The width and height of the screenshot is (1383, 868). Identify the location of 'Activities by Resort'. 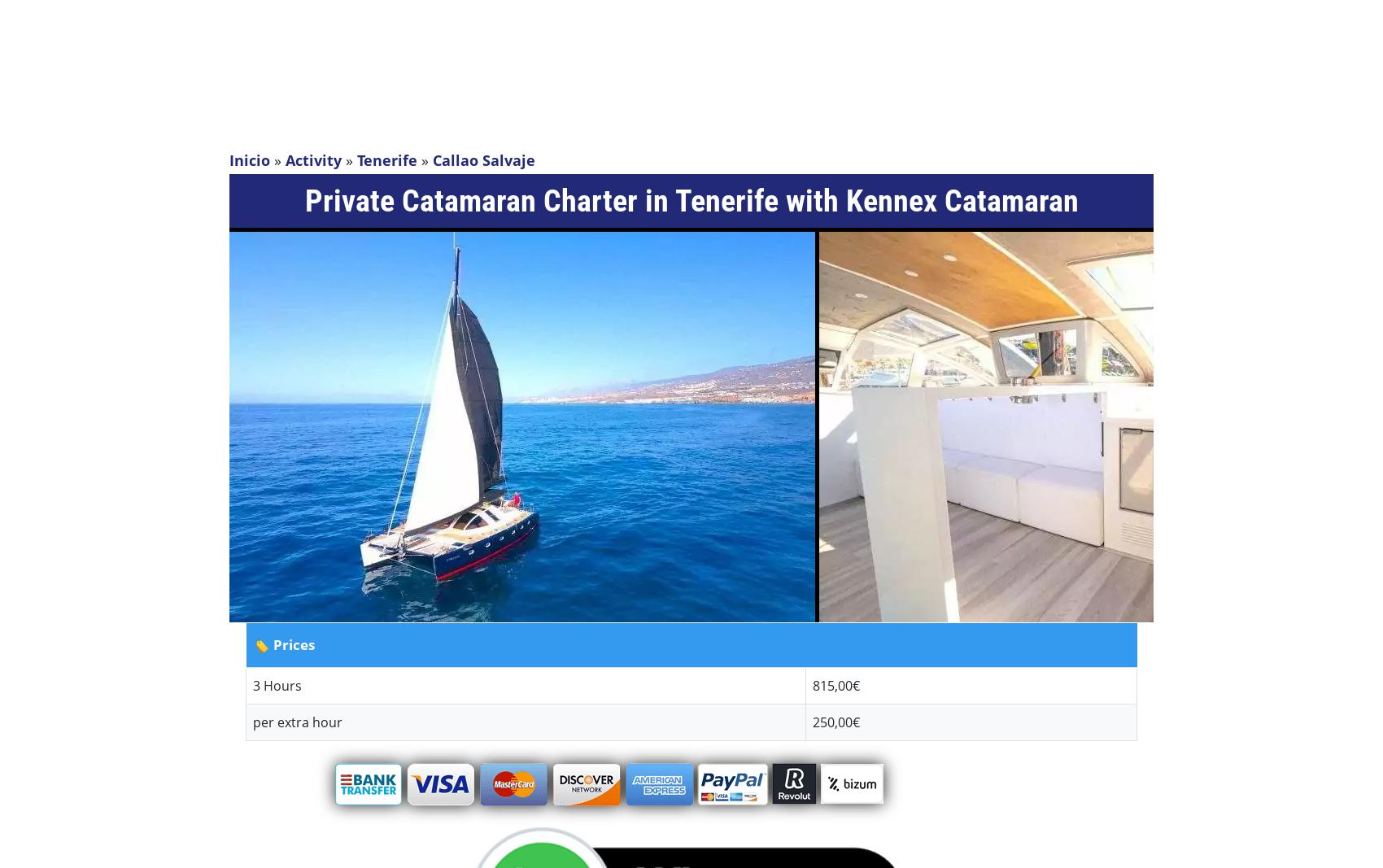
(707, 116).